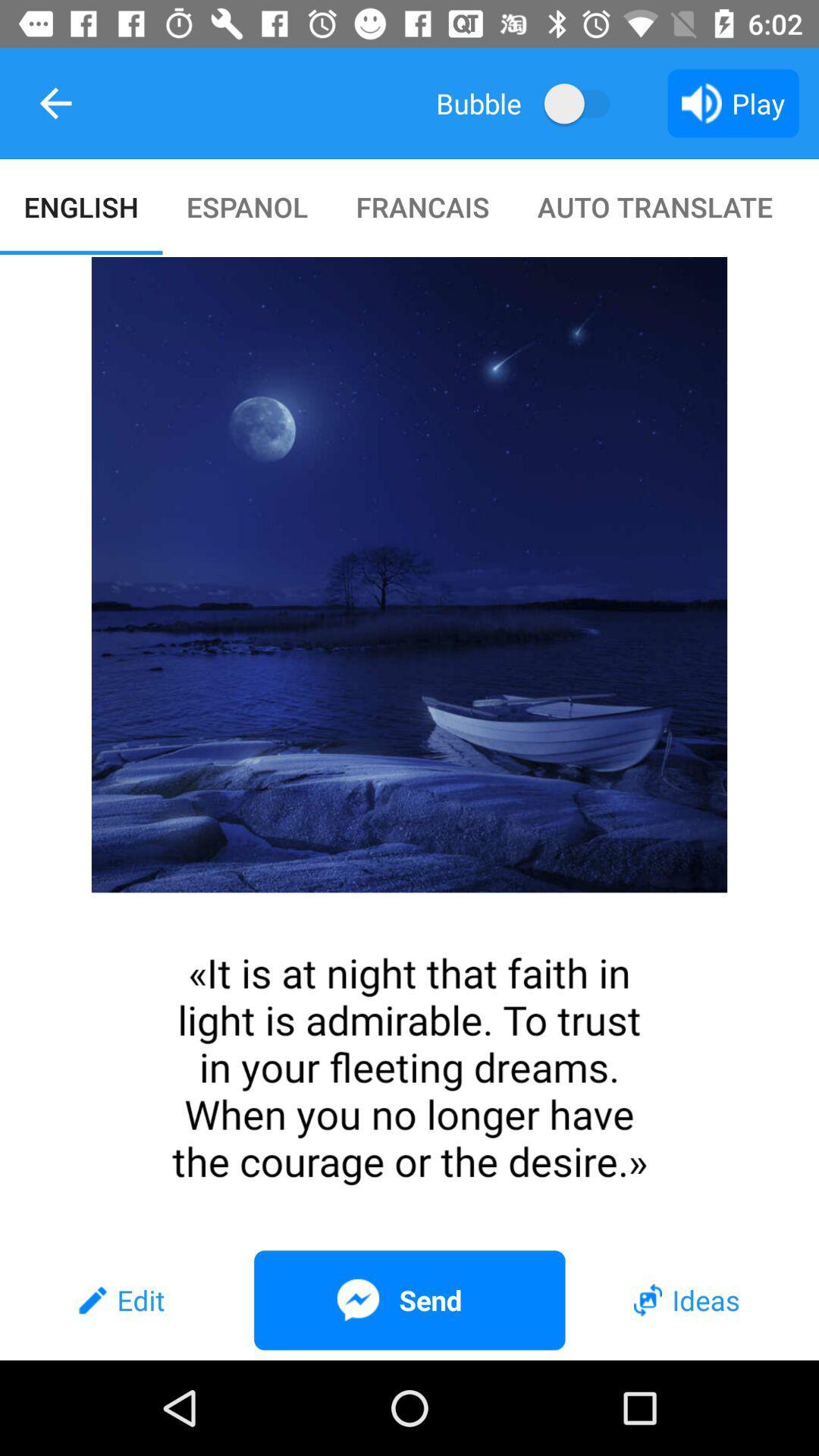  I want to click on the item next to the bubble item, so click(55, 102).